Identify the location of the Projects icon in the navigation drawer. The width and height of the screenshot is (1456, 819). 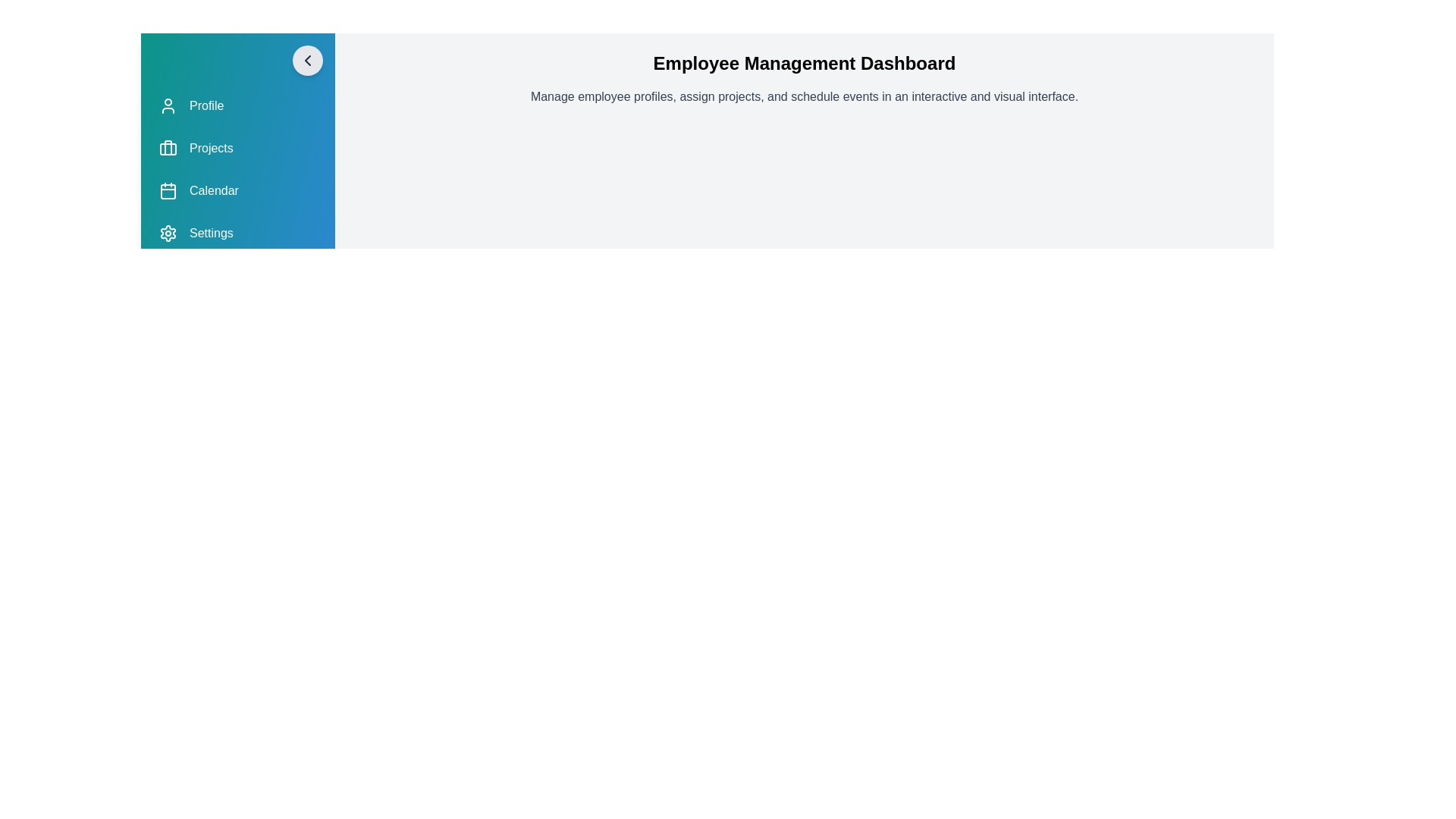
(168, 149).